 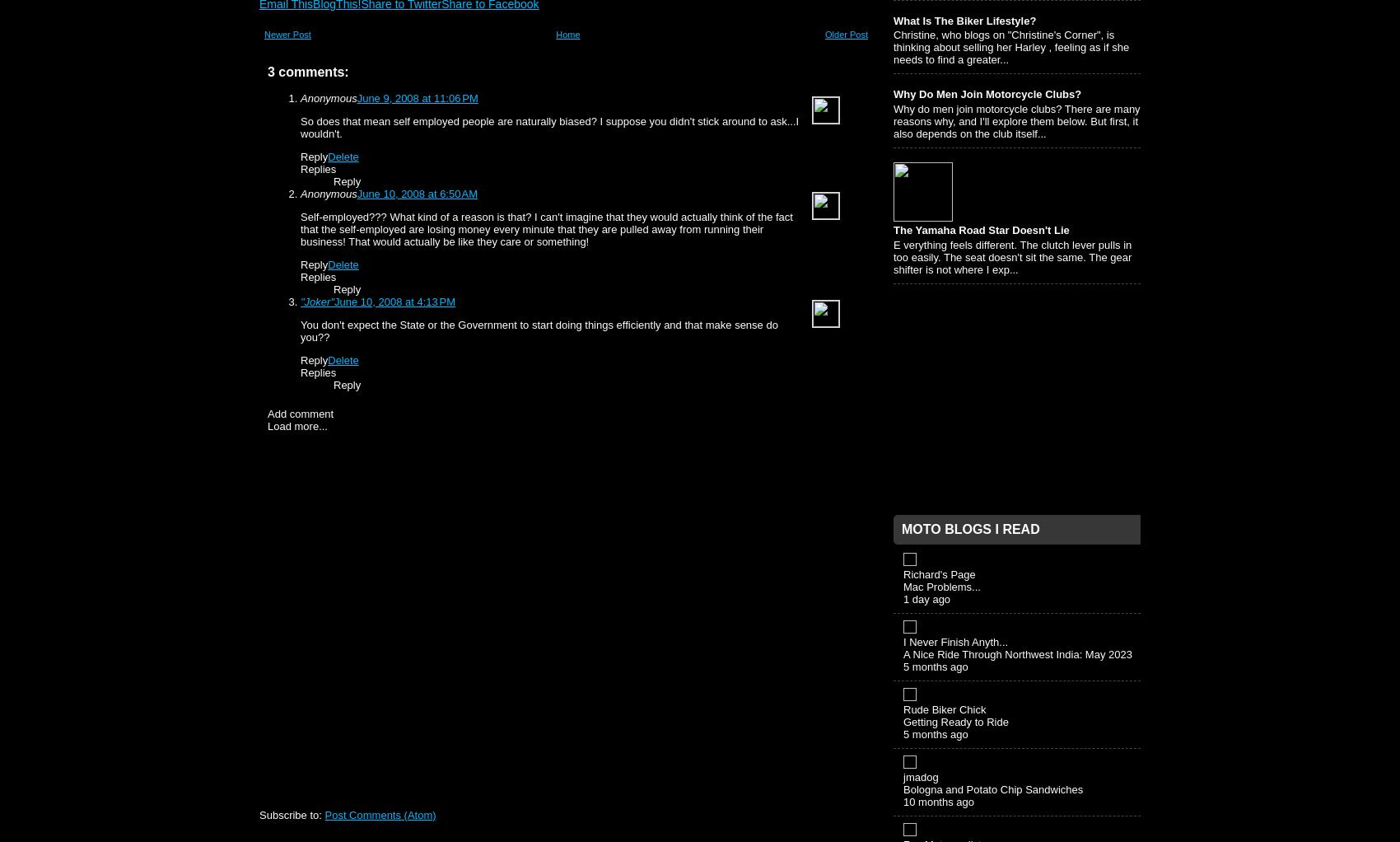 What do you see at coordinates (893, 47) in the screenshot?
I see `'Christine, who blogs on "Christine's Corner", is thinking about selling her Harley , feeling as if she needs to find a greater...'` at bounding box center [893, 47].